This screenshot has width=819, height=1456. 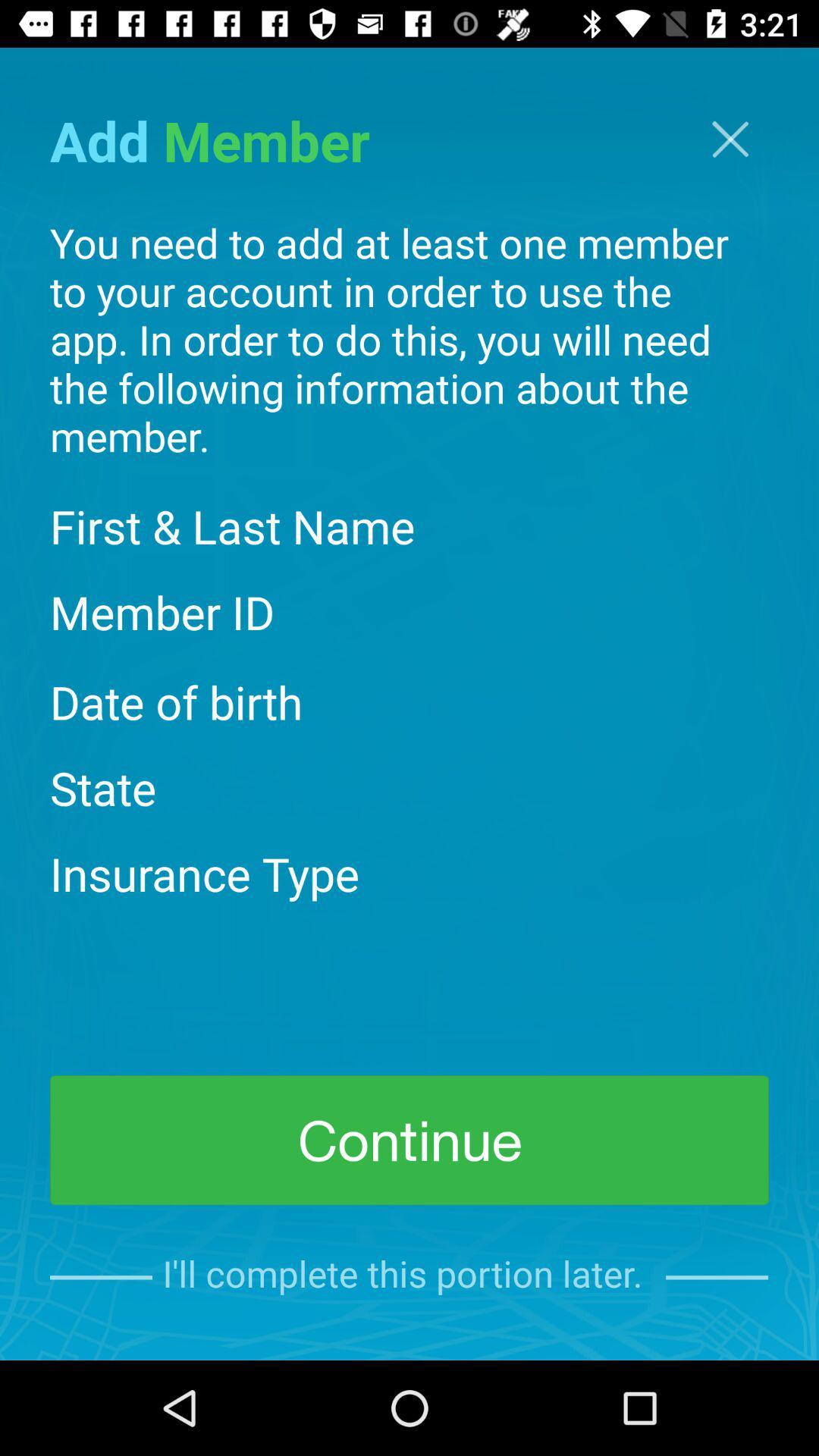 I want to click on icon above i ll complete icon, so click(x=409, y=1140).